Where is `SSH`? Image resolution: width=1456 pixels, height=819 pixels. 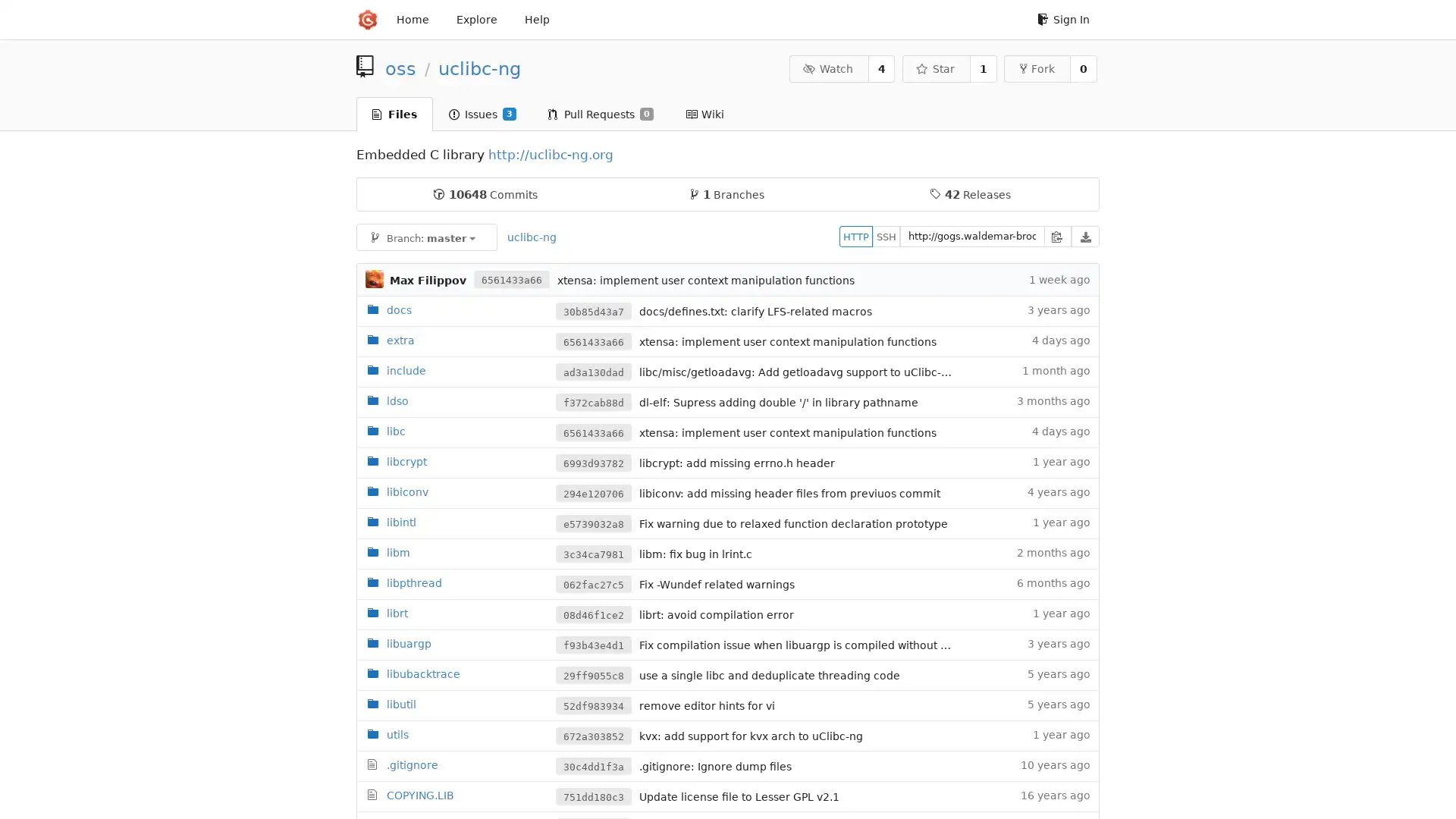
SSH is located at coordinates (886, 236).